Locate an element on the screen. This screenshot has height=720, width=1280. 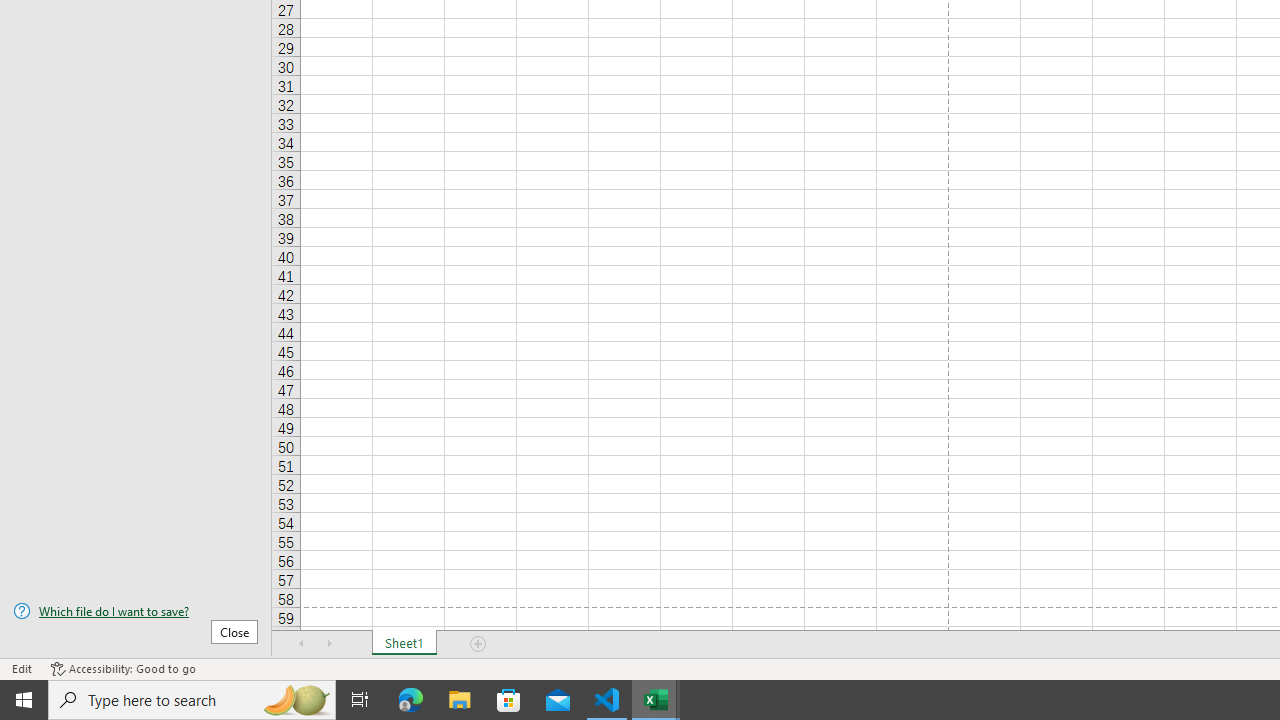
'Scroll Right' is located at coordinates (330, 644).